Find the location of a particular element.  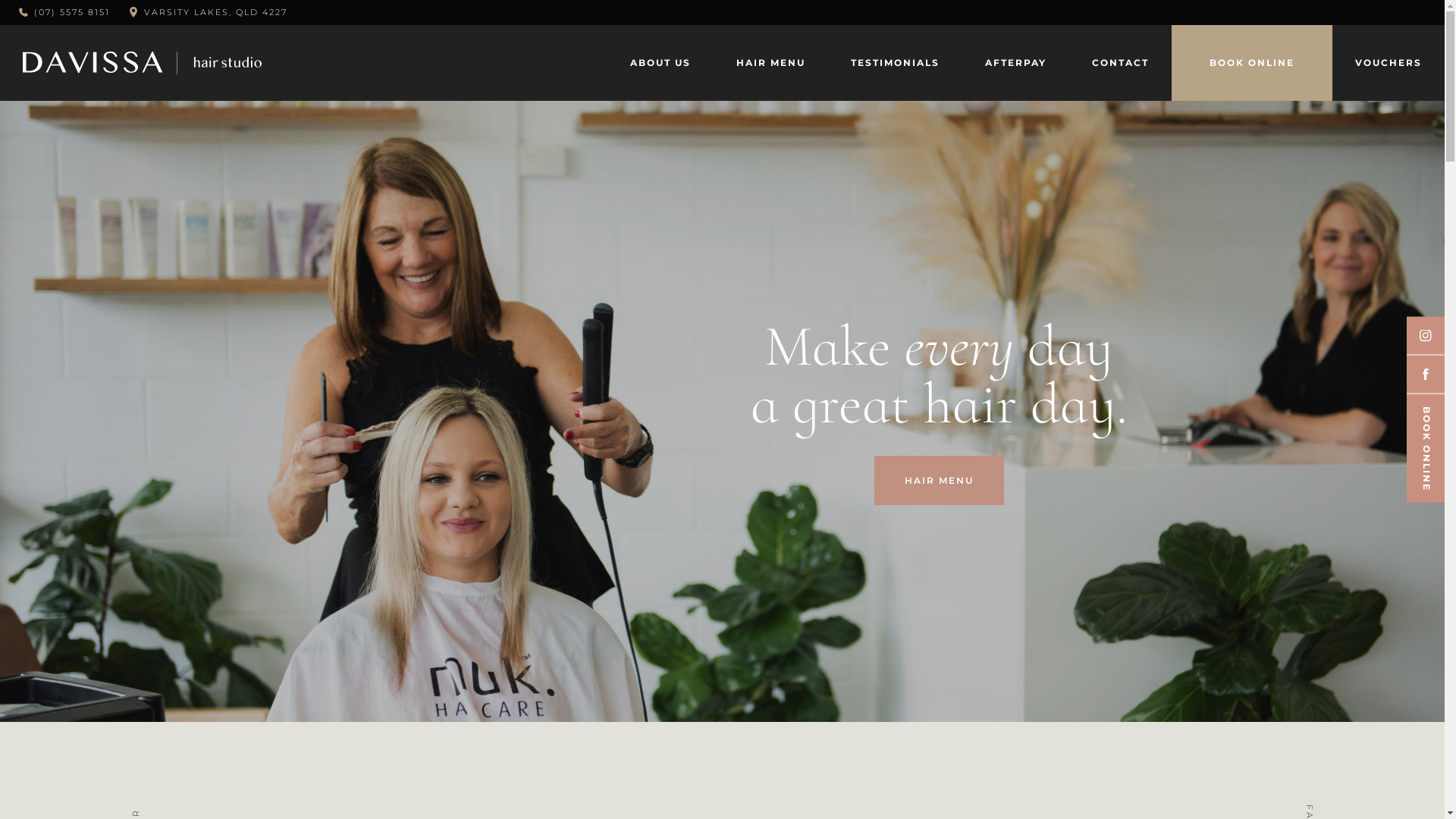

'HAIR MENU' is located at coordinates (938, 480).